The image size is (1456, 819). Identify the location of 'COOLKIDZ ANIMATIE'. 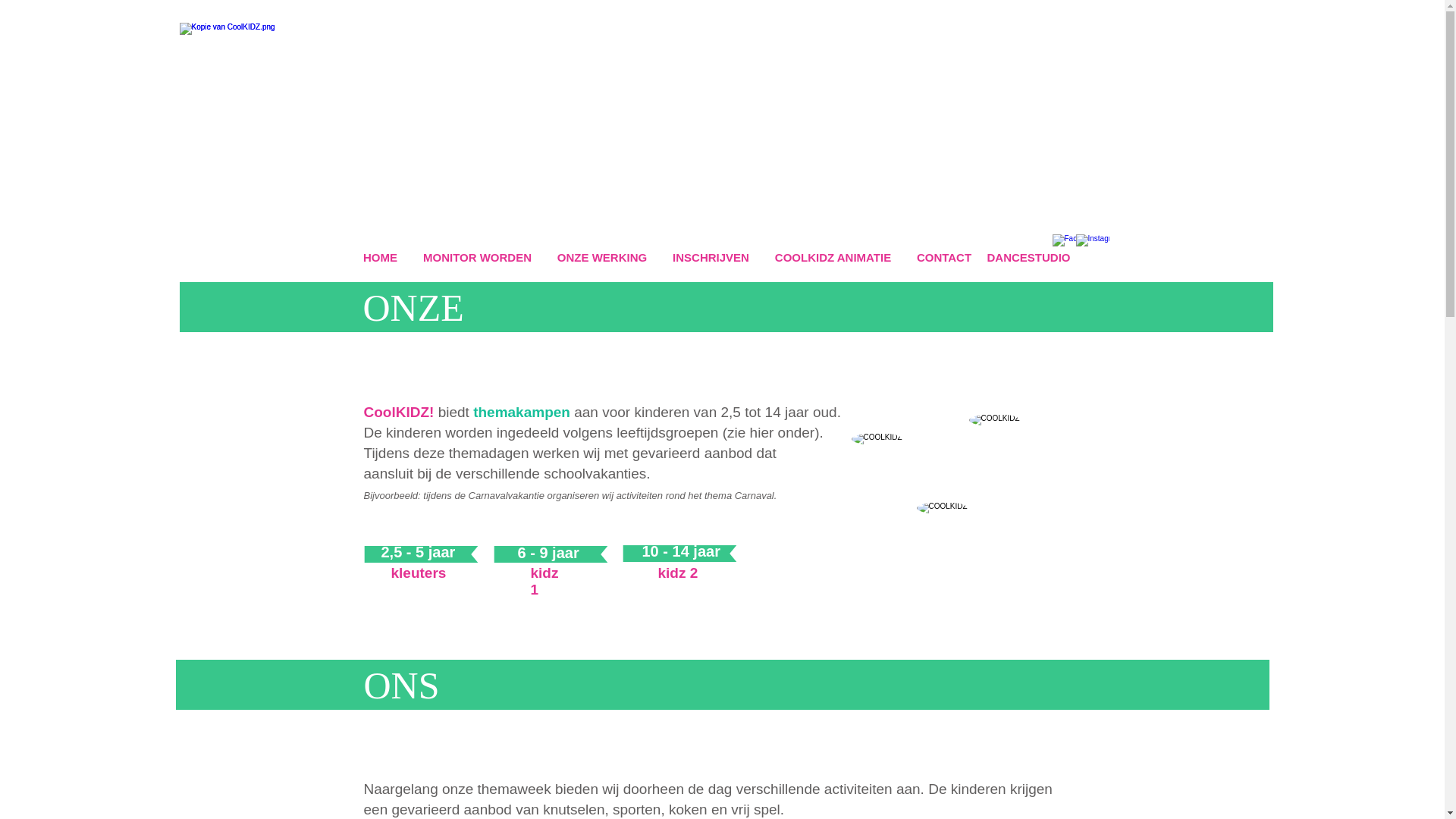
(833, 256).